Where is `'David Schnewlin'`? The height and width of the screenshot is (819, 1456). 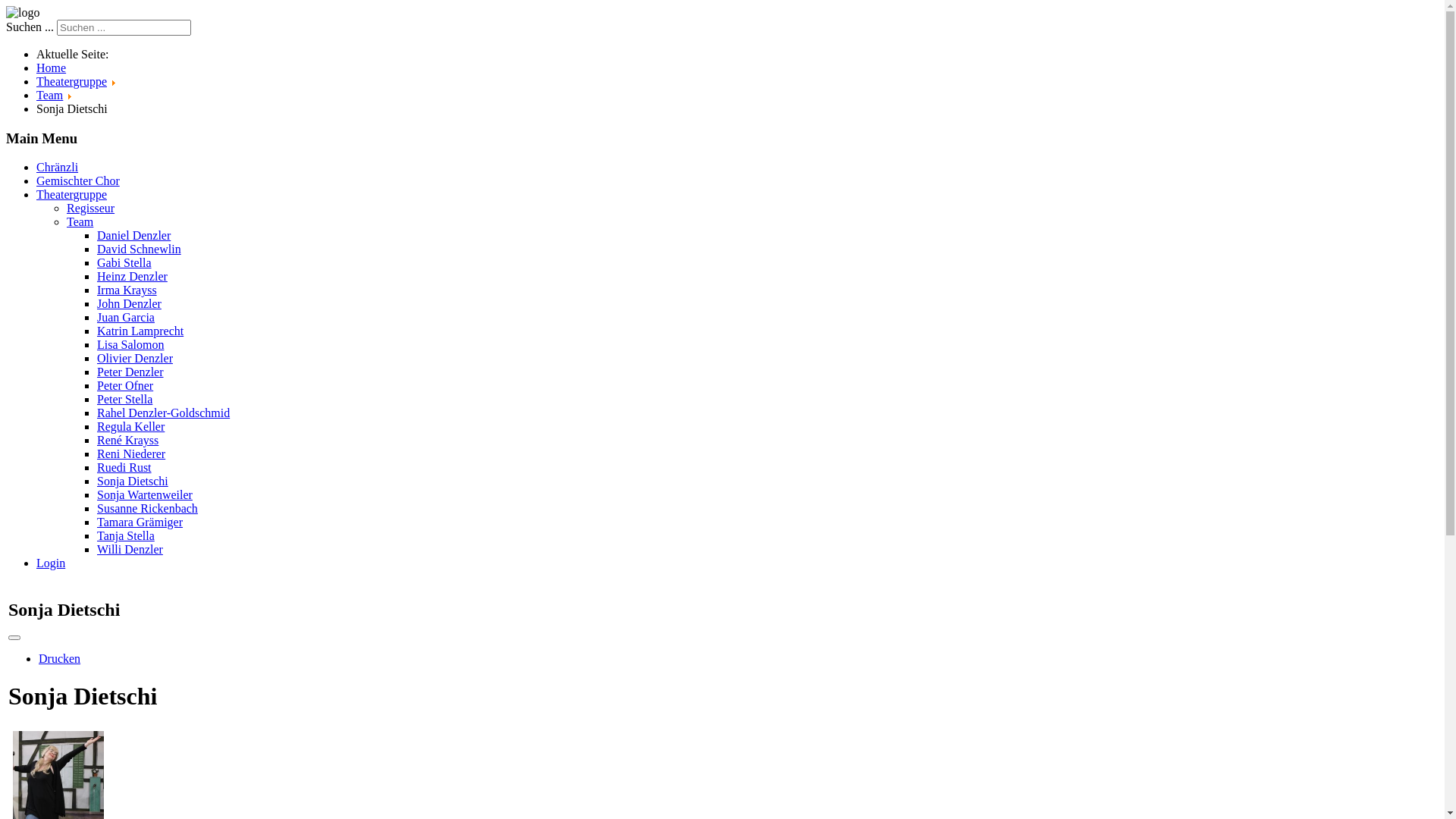 'David Schnewlin' is located at coordinates (139, 248).